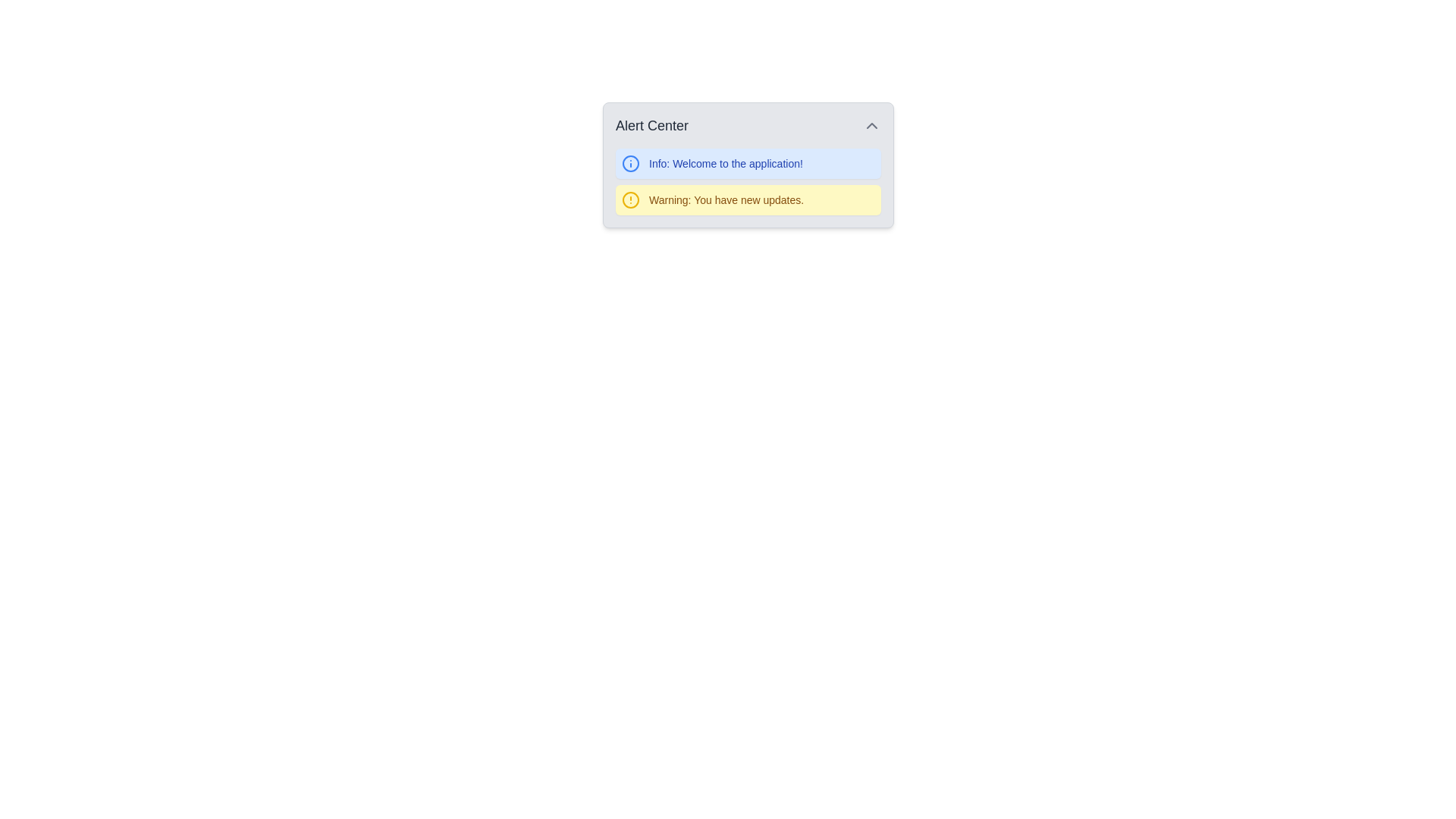 This screenshot has height=819, width=1456. What do you see at coordinates (748, 199) in the screenshot?
I see `second notification in the Alert Center, which provides a warning about updates` at bounding box center [748, 199].